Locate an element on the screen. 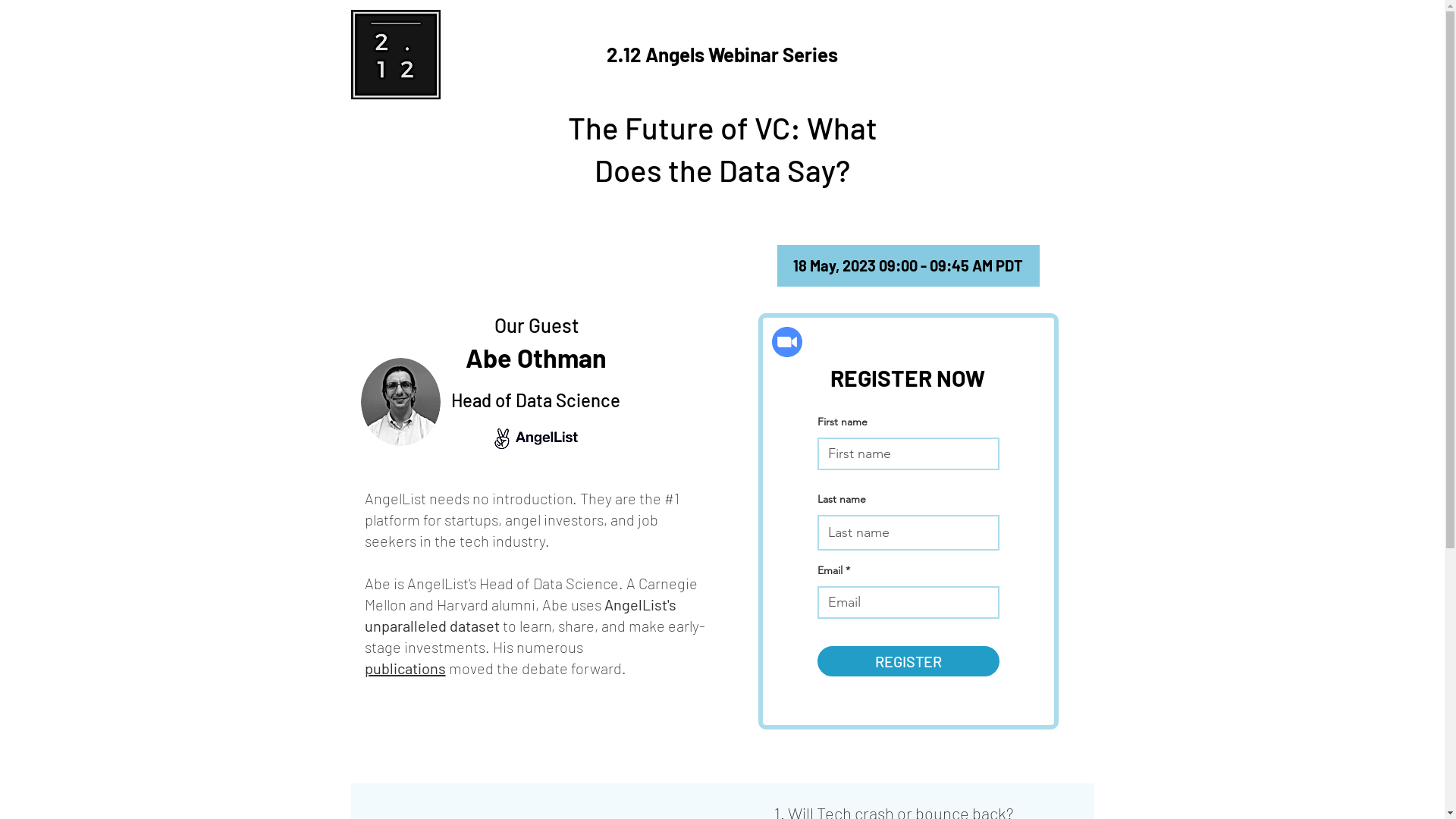  'REGISTER' is located at coordinates (908, 660).